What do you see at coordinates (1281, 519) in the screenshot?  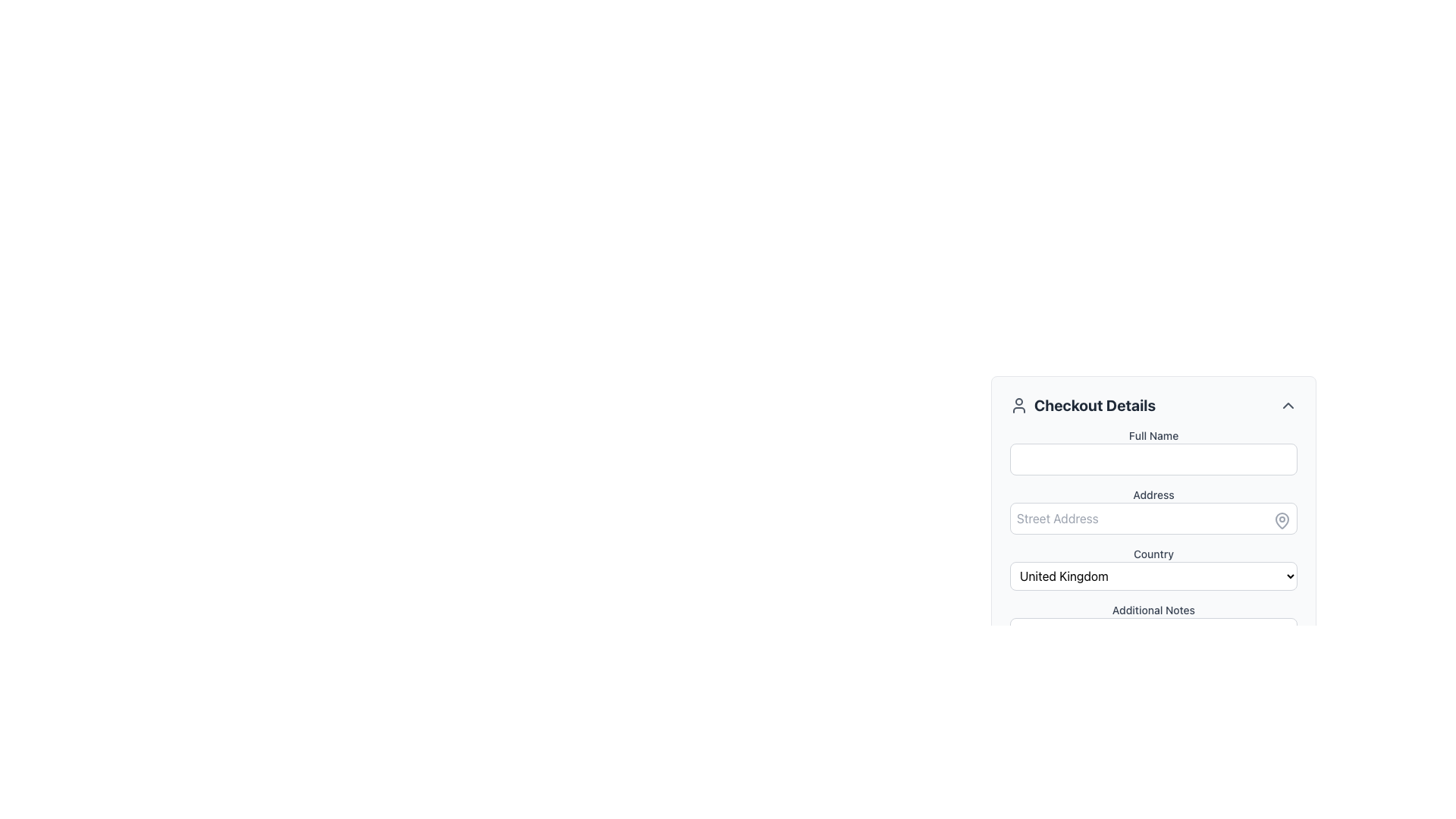 I see `the pin icon that is styled in light grey, located to the right of the 'Street Address' input field in the 'Checkout Details' form` at bounding box center [1281, 519].